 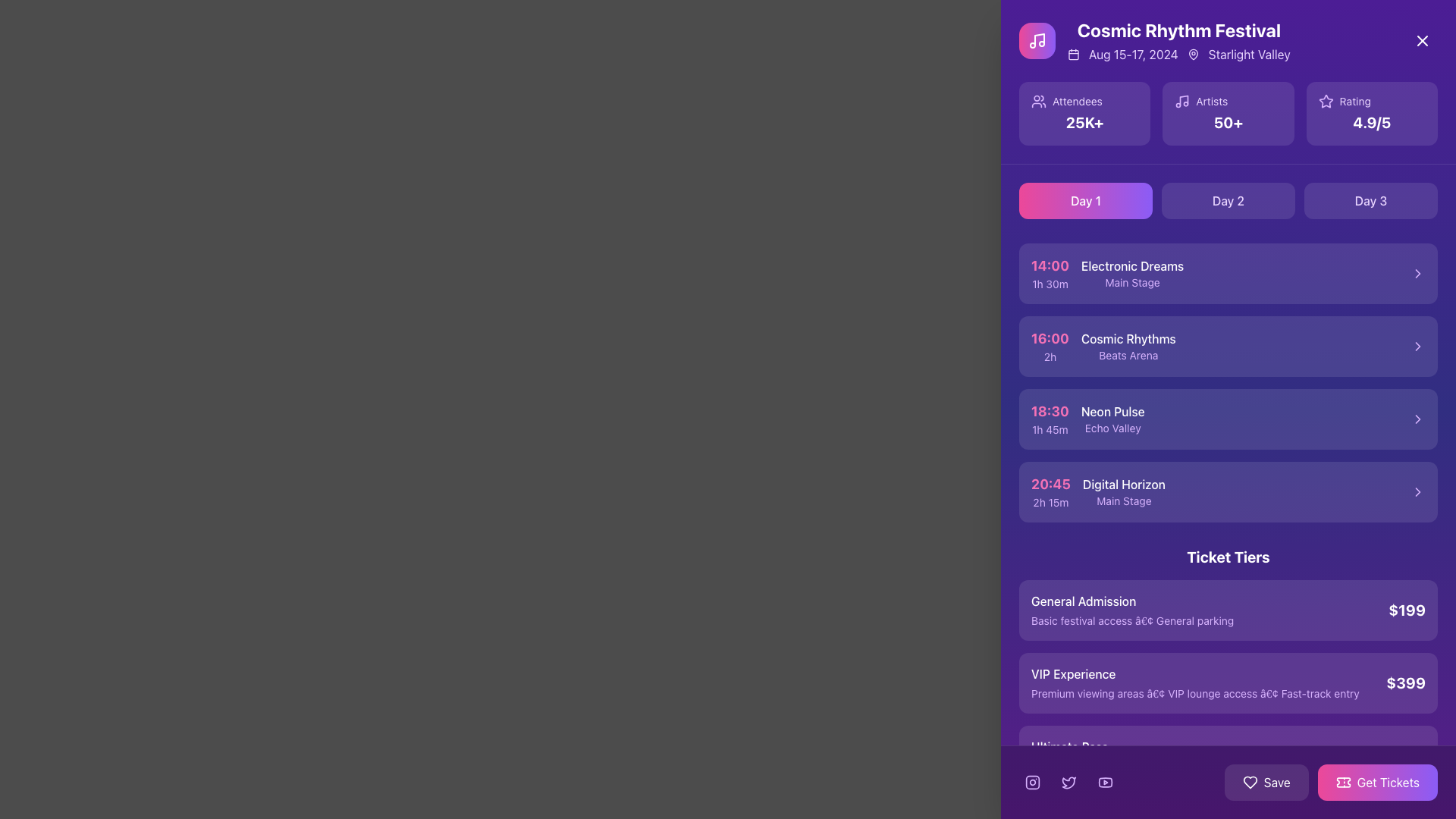 What do you see at coordinates (1228, 666) in the screenshot?
I see `the second informational card in the 'Ticket Tiers' section` at bounding box center [1228, 666].